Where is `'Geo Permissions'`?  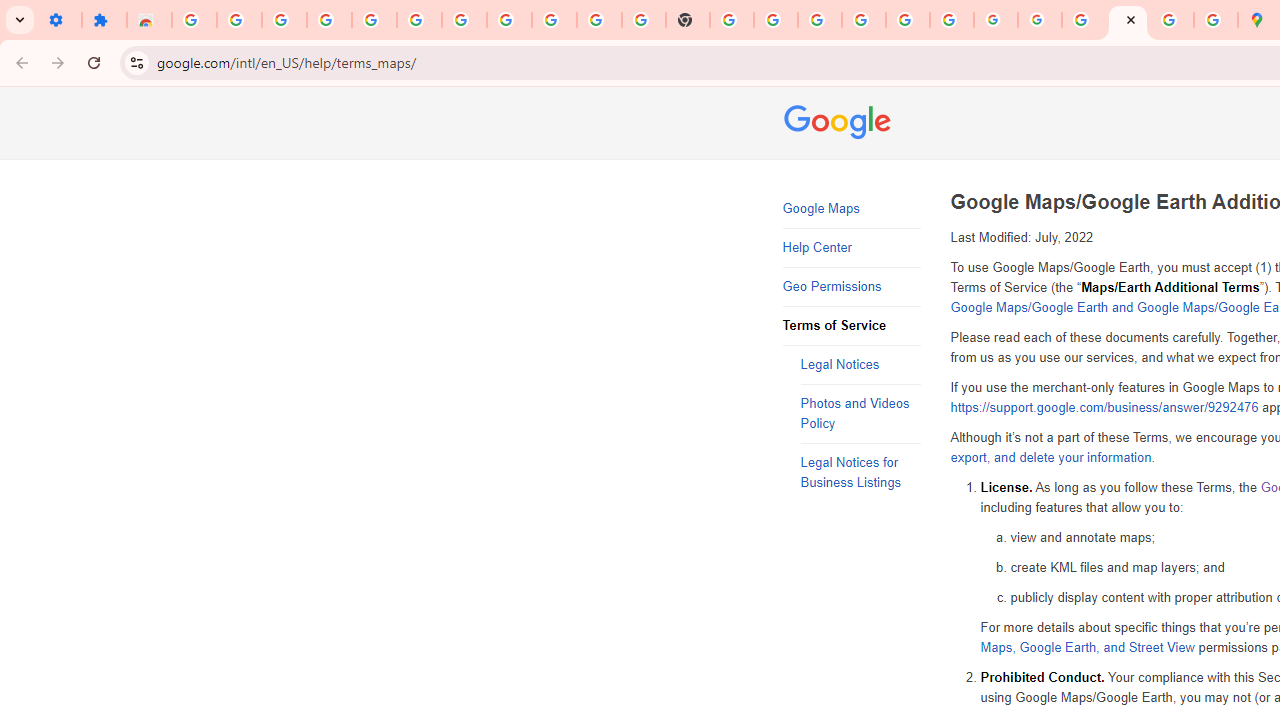
'Geo Permissions' is located at coordinates (851, 287).